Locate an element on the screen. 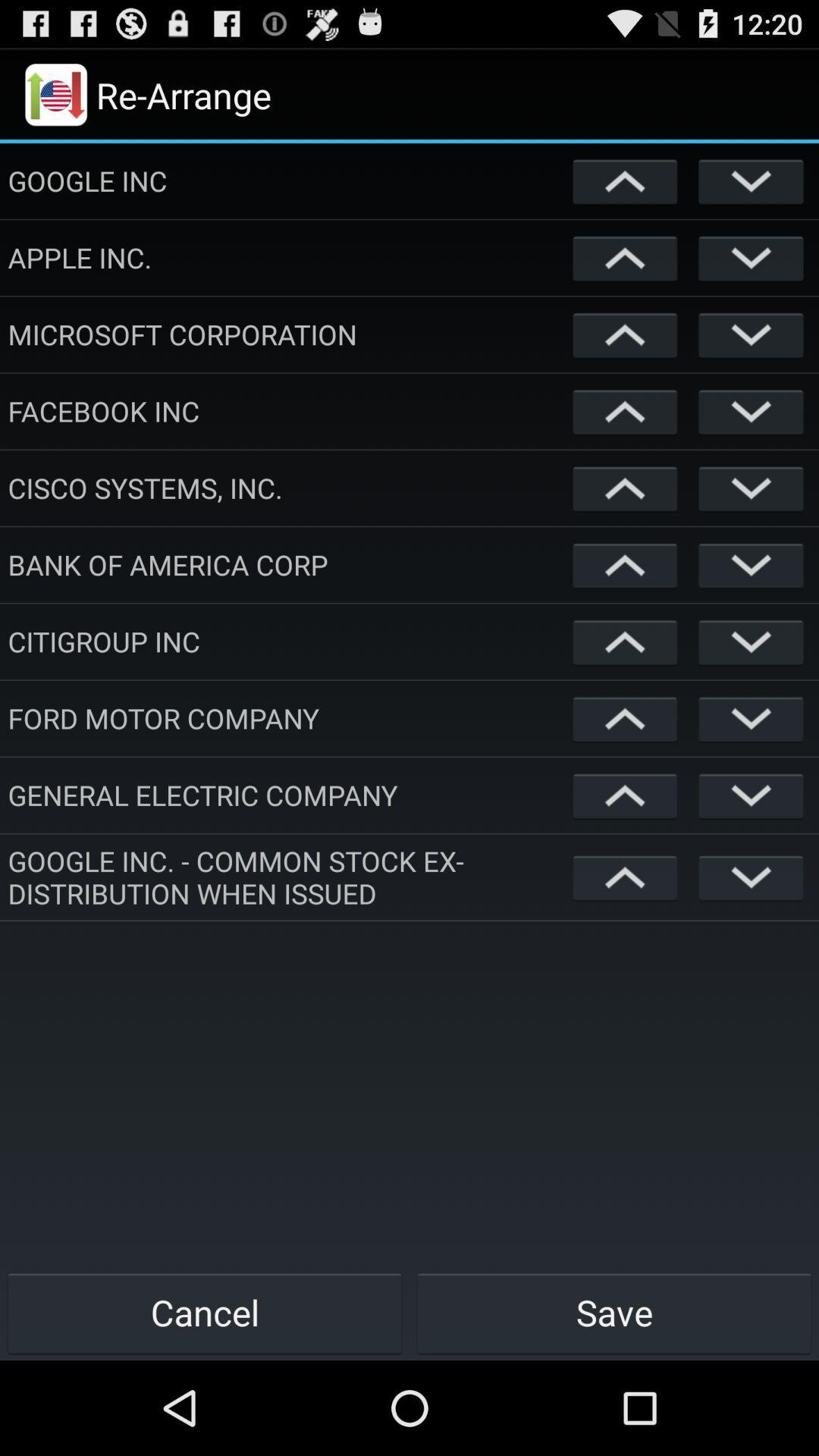 Image resolution: width=819 pixels, height=1456 pixels. the general electric company app is located at coordinates (287, 794).